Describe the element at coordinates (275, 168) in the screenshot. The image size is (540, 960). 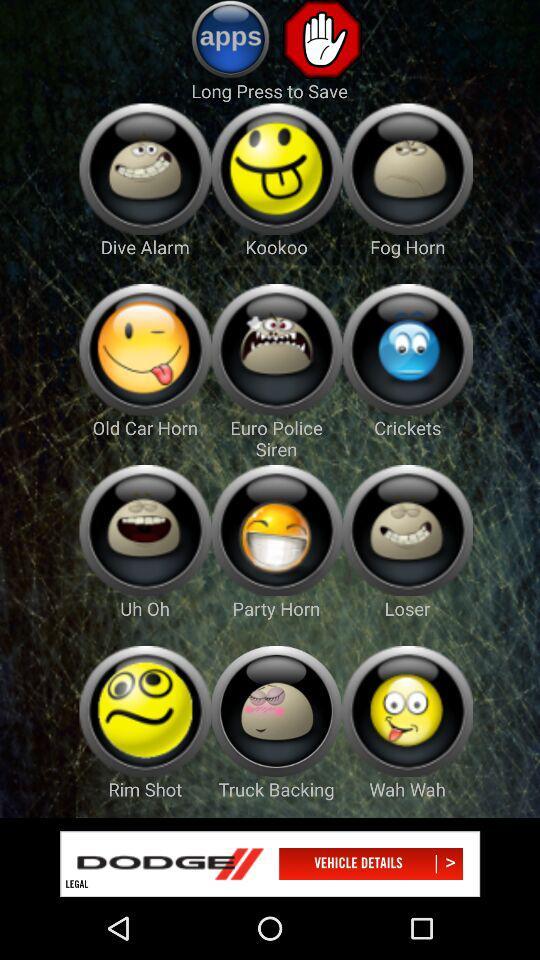
I see `ringtones` at that location.